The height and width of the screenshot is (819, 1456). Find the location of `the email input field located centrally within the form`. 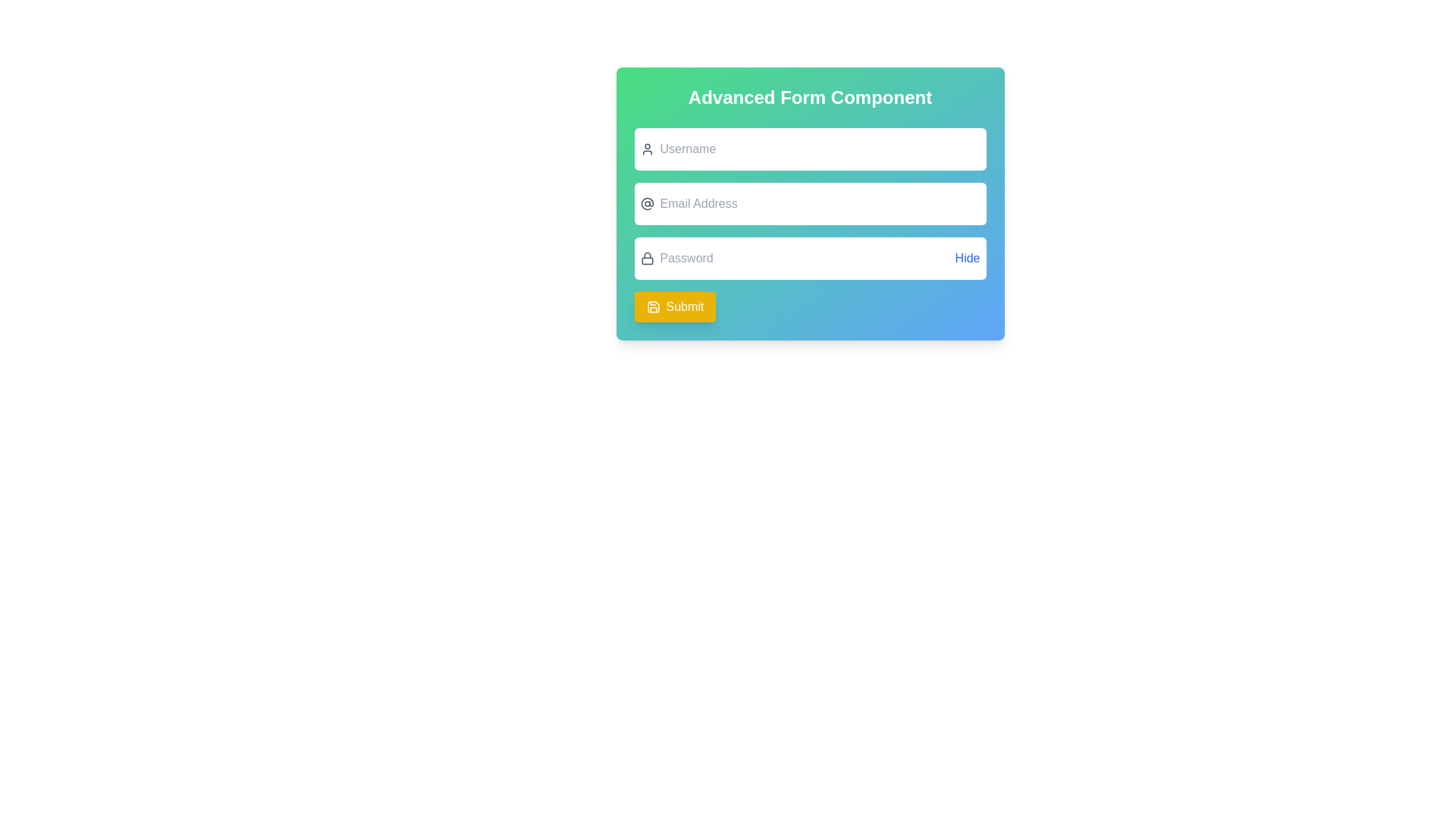

the email input field located centrally within the form is located at coordinates (809, 203).